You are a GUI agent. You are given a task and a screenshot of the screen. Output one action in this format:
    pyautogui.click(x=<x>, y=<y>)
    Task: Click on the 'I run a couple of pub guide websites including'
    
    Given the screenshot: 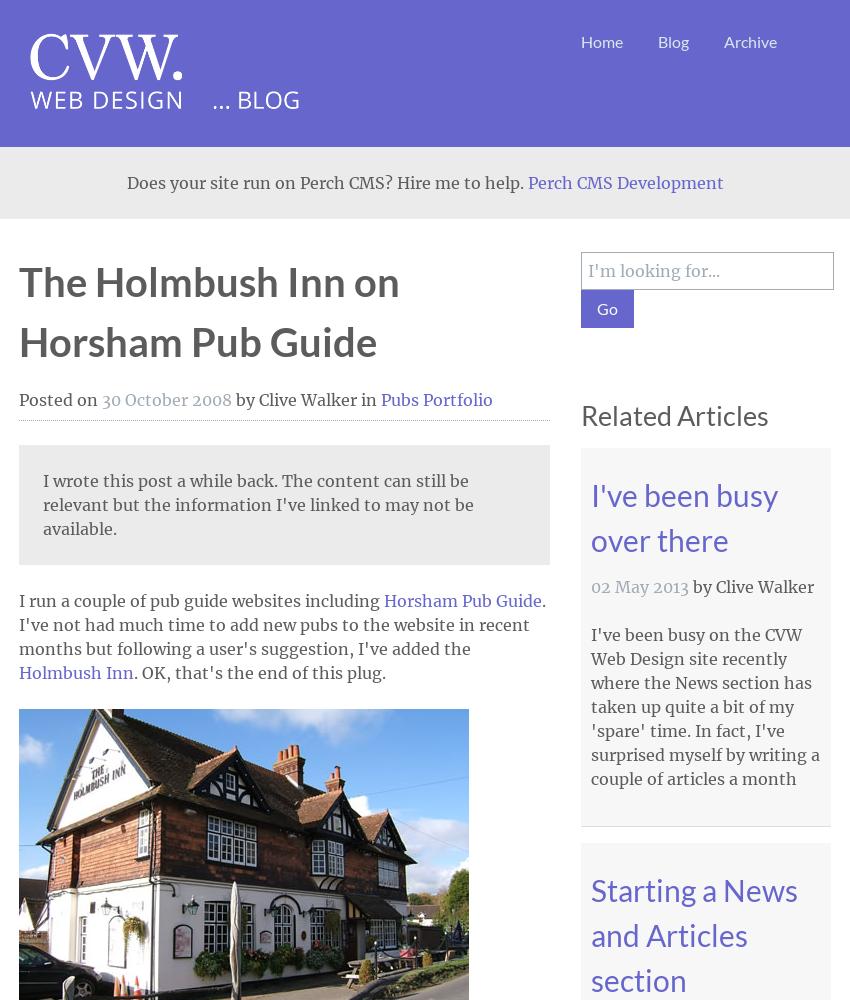 What is the action you would take?
    pyautogui.click(x=200, y=600)
    